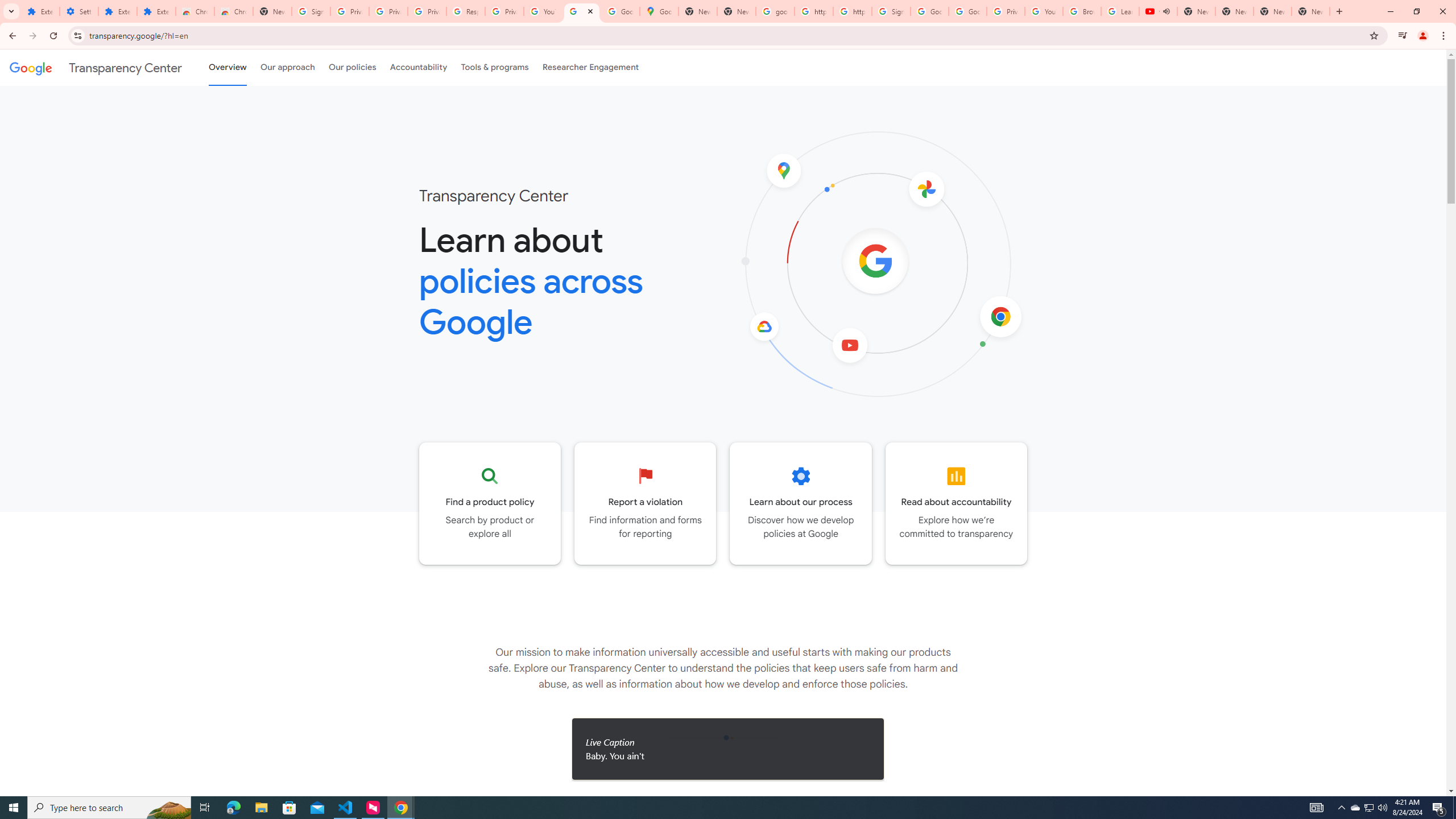 The width and height of the screenshot is (1456, 819). Describe the element at coordinates (233, 11) in the screenshot. I see `'Chrome Web Store - Themes'` at that location.